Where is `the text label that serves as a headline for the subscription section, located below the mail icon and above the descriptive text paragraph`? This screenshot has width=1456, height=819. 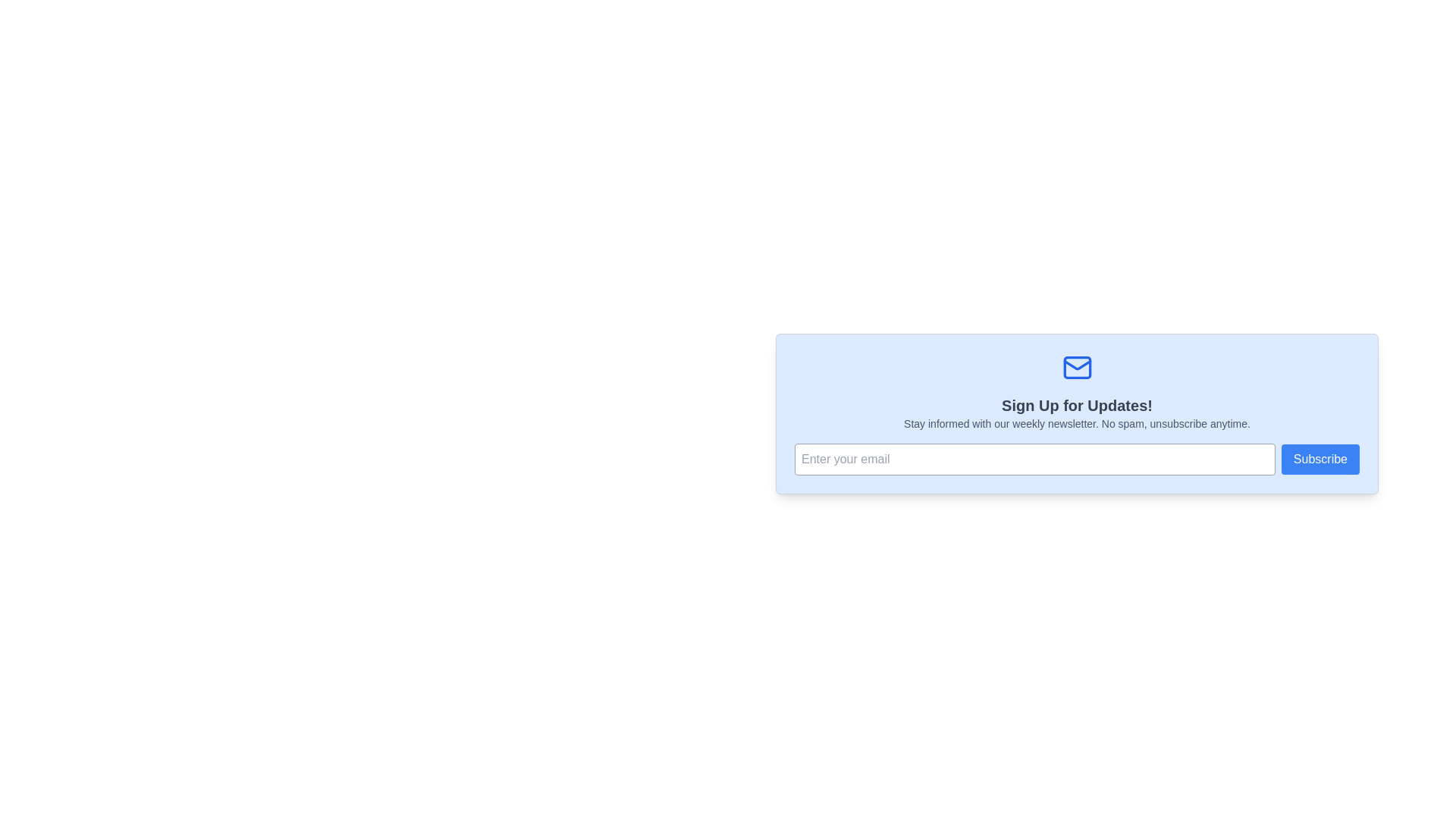
the text label that serves as a headline for the subscription section, located below the mail icon and above the descriptive text paragraph is located at coordinates (1076, 405).